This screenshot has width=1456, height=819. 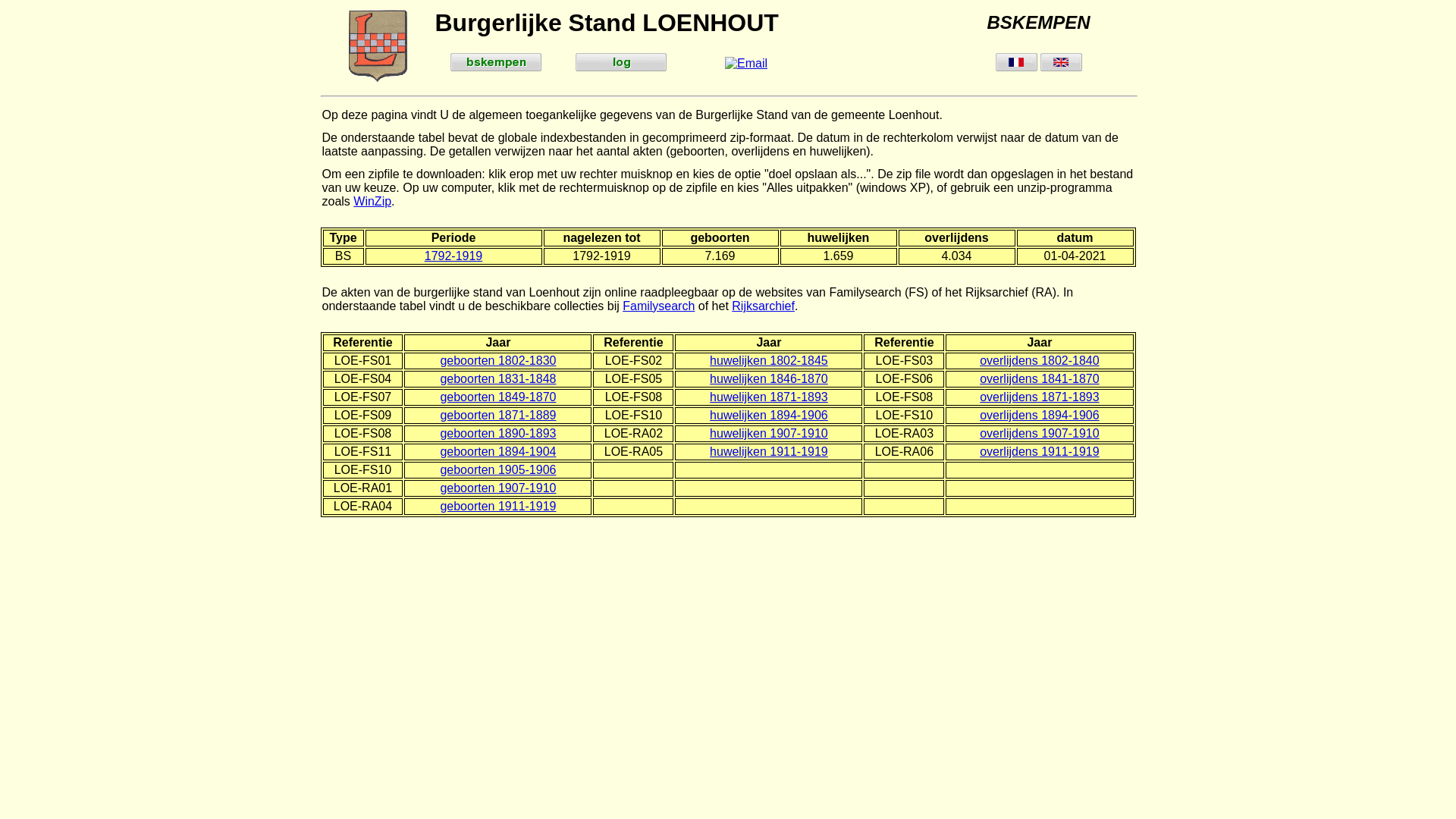 What do you see at coordinates (497, 415) in the screenshot?
I see `'geboorten 1871-1889'` at bounding box center [497, 415].